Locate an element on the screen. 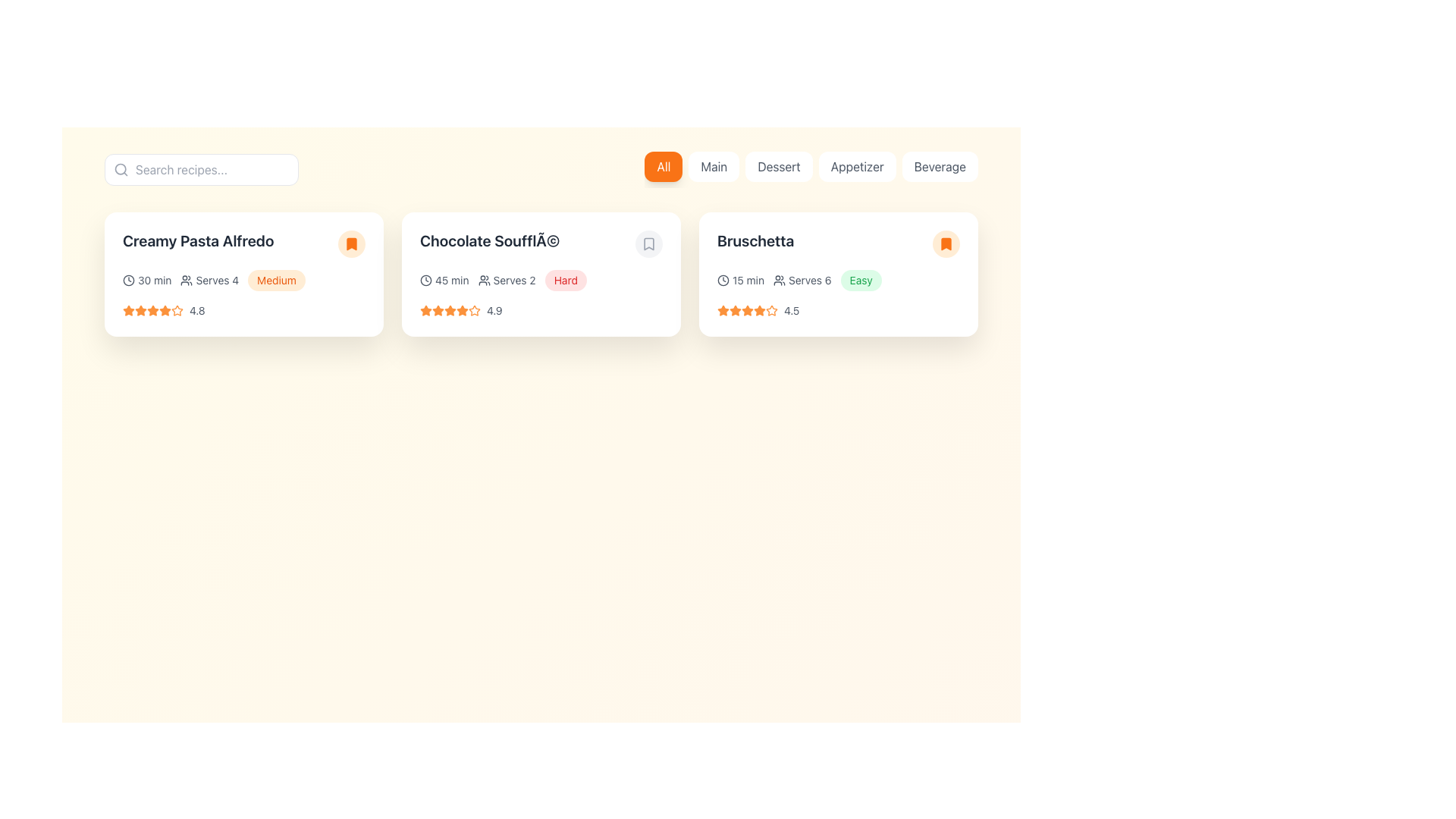 The width and height of the screenshot is (1456, 819). the fourth star icon is located at coordinates (128, 309).